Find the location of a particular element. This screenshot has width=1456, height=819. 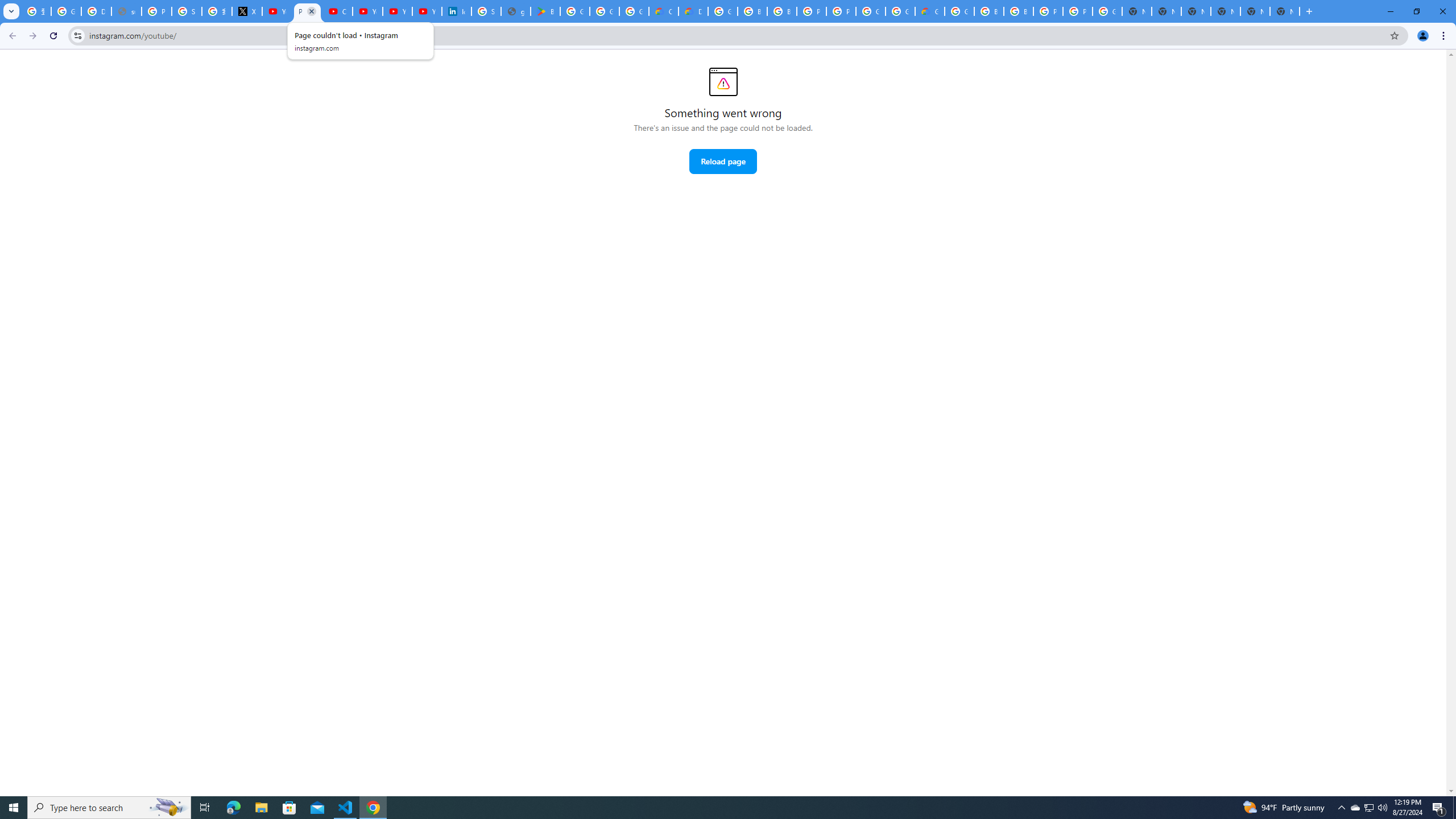

'X' is located at coordinates (247, 11).